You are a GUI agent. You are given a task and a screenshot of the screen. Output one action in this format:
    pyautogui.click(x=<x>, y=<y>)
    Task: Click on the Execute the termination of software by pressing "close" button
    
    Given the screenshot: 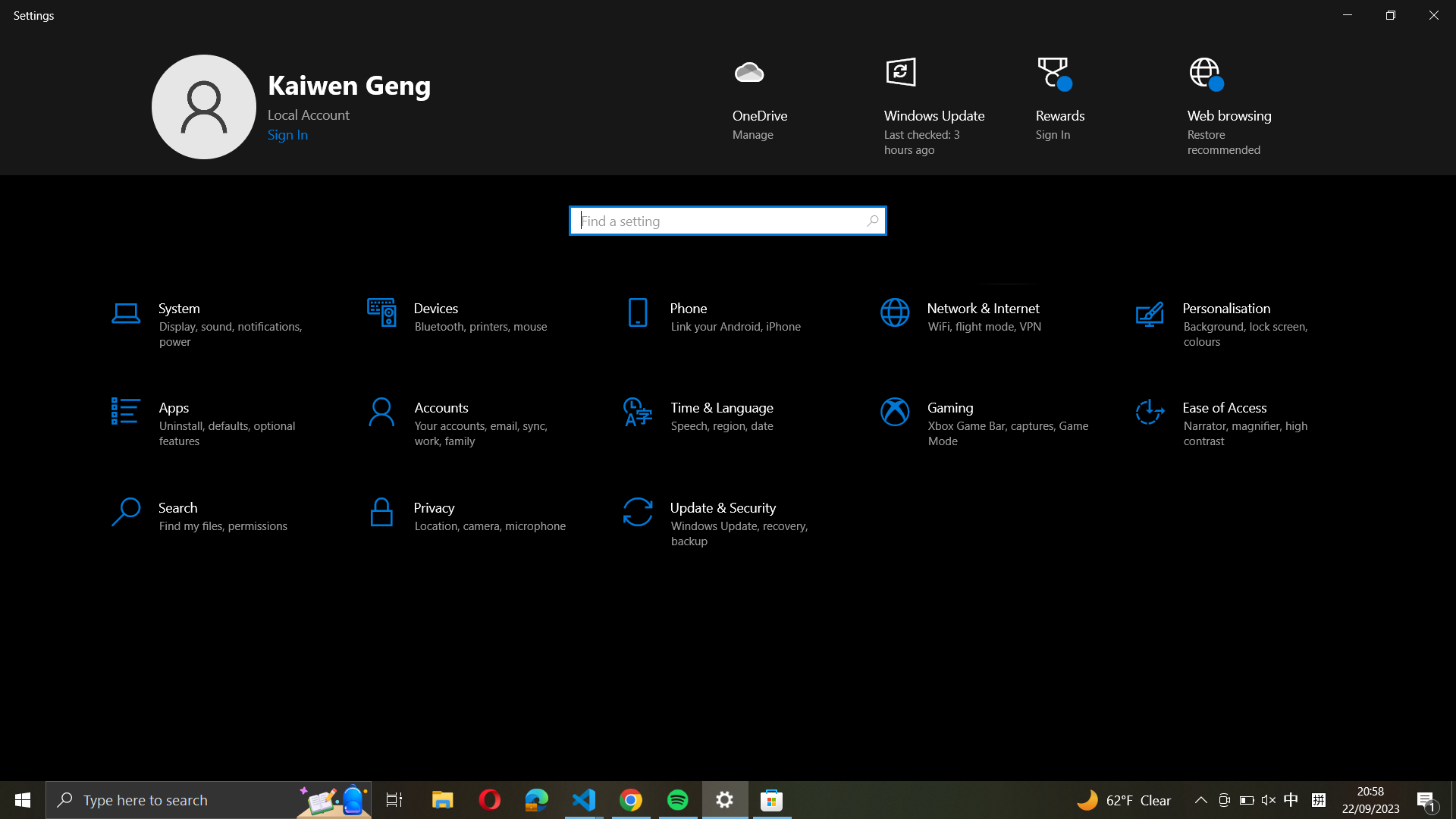 What is the action you would take?
    pyautogui.click(x=1436, y=15)
    